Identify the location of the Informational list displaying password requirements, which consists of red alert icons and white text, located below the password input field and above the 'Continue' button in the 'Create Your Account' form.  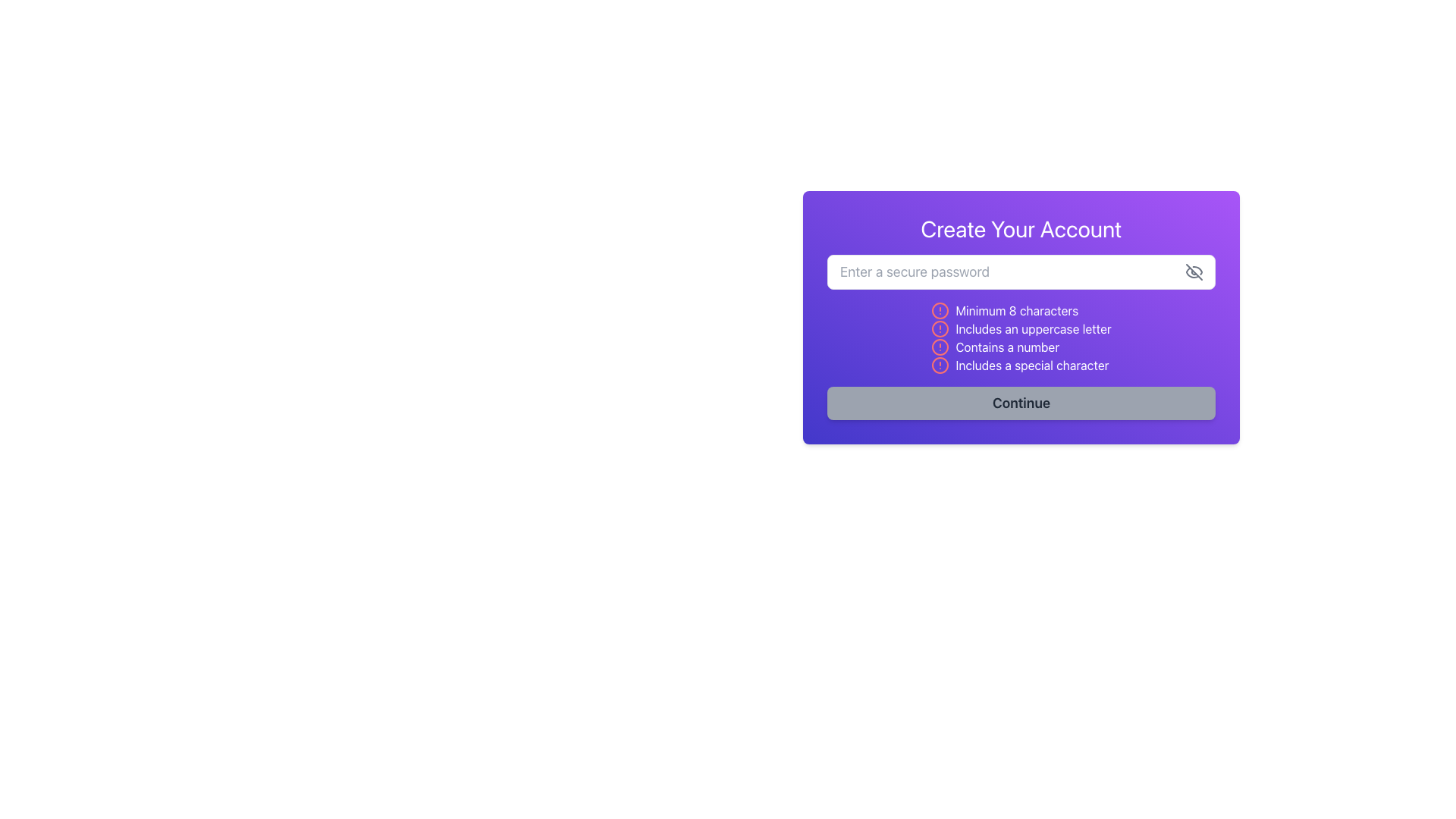
(1021, 337).